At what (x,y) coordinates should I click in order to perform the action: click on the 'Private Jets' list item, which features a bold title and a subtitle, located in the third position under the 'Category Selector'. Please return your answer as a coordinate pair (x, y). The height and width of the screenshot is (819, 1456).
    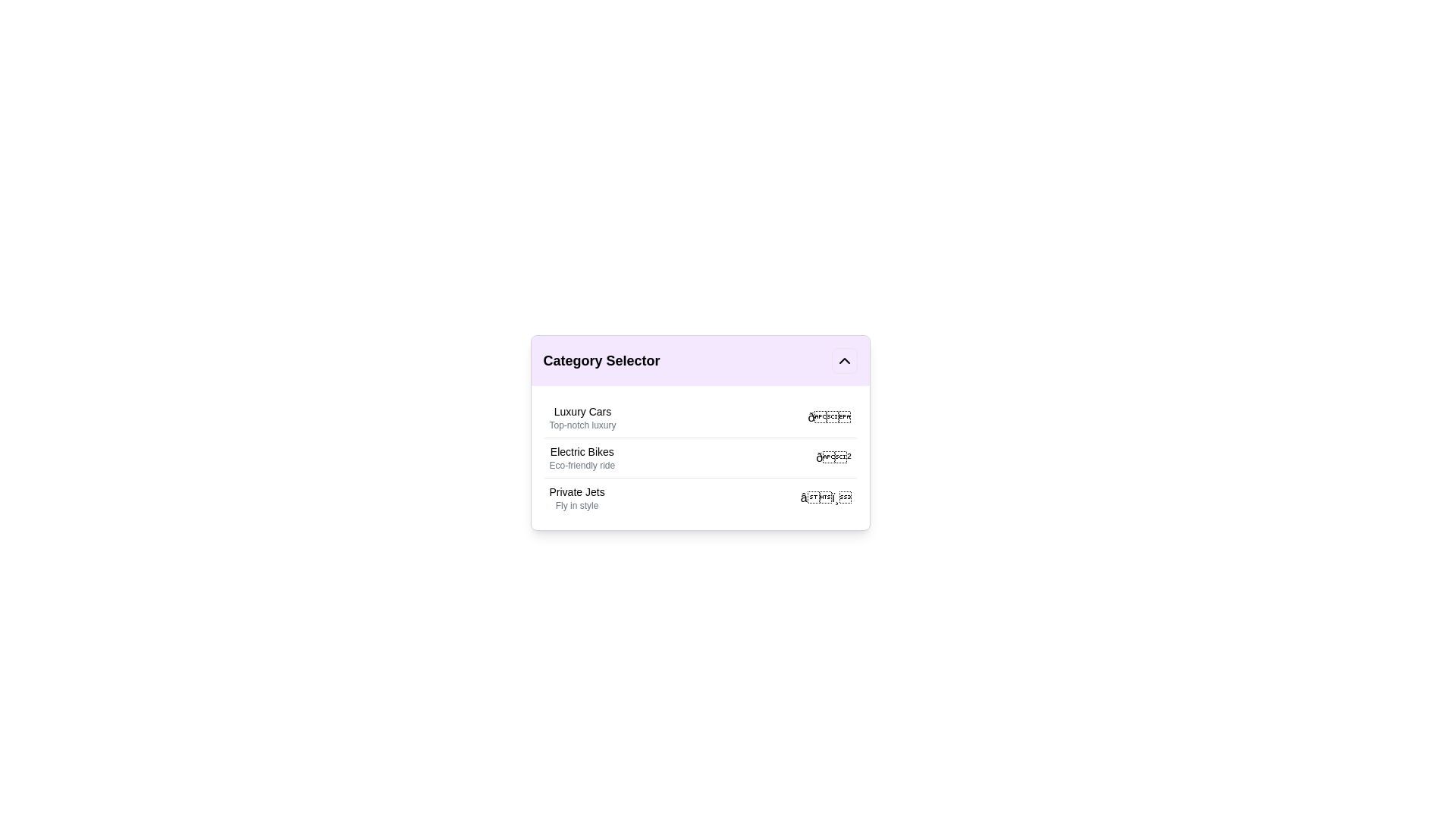
    Looking at the image, I should click on (699, 497).